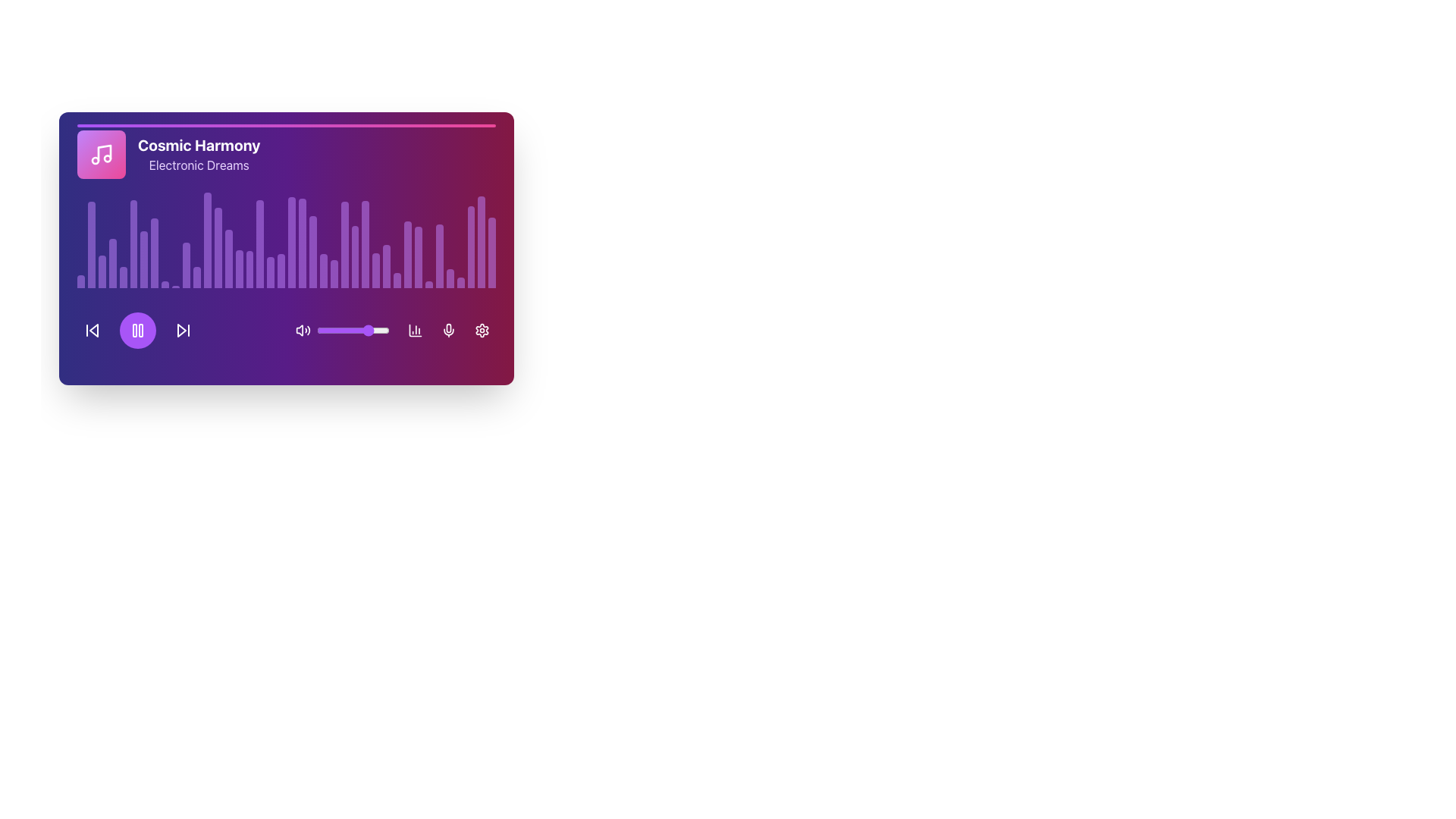 The width and height of the screenshot is (1456, 819). Describe the element at coordinates (447, 329) in the screenshot. I see `the microphone icon, which is the middle icon in a set of three adjacent icons located in the bottom-right corner of the music player interface` at that location.